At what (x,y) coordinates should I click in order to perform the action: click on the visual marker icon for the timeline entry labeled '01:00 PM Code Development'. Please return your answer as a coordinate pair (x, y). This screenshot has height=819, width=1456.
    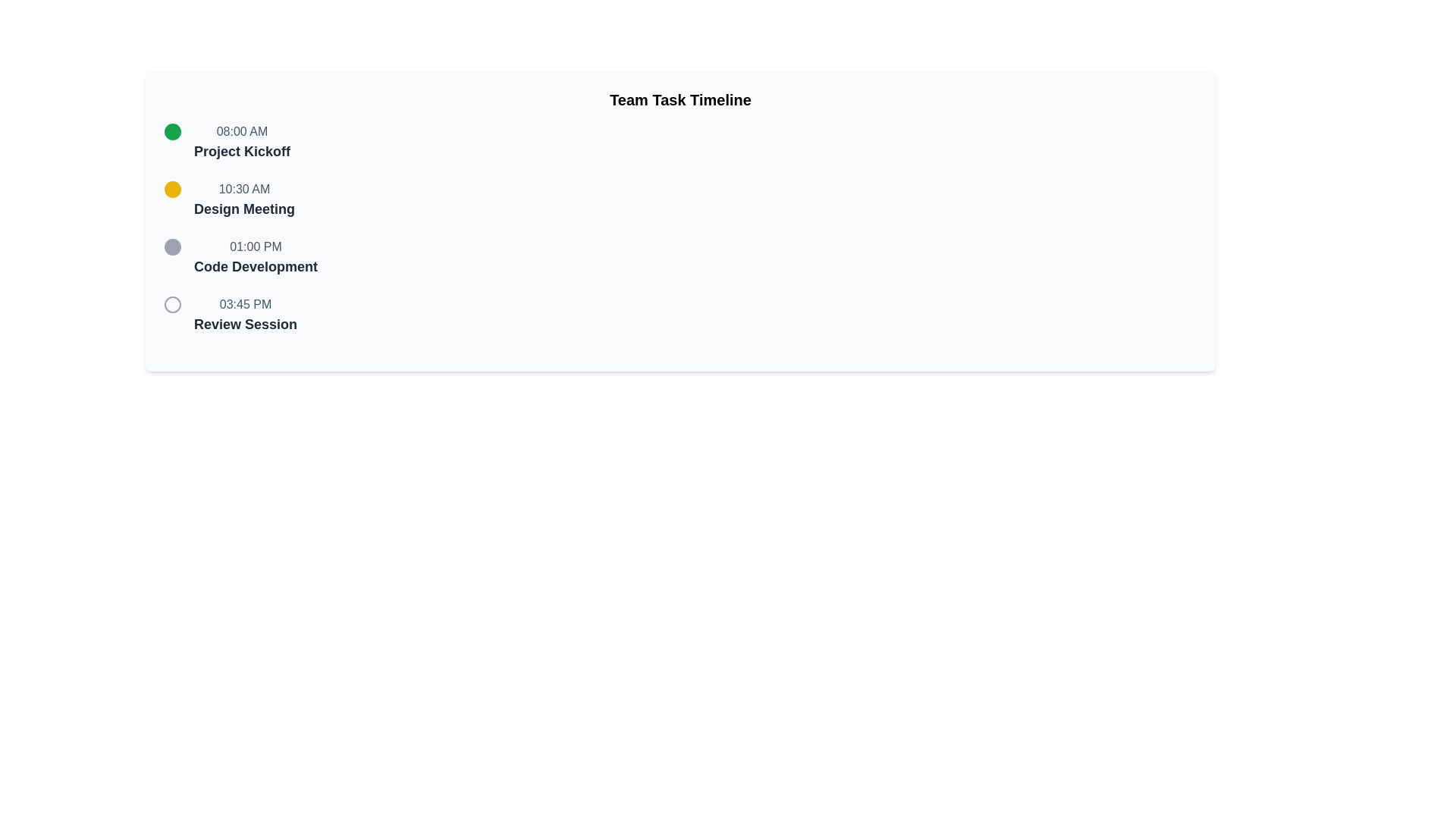
    Looking at the image, I should click on (172, 247).